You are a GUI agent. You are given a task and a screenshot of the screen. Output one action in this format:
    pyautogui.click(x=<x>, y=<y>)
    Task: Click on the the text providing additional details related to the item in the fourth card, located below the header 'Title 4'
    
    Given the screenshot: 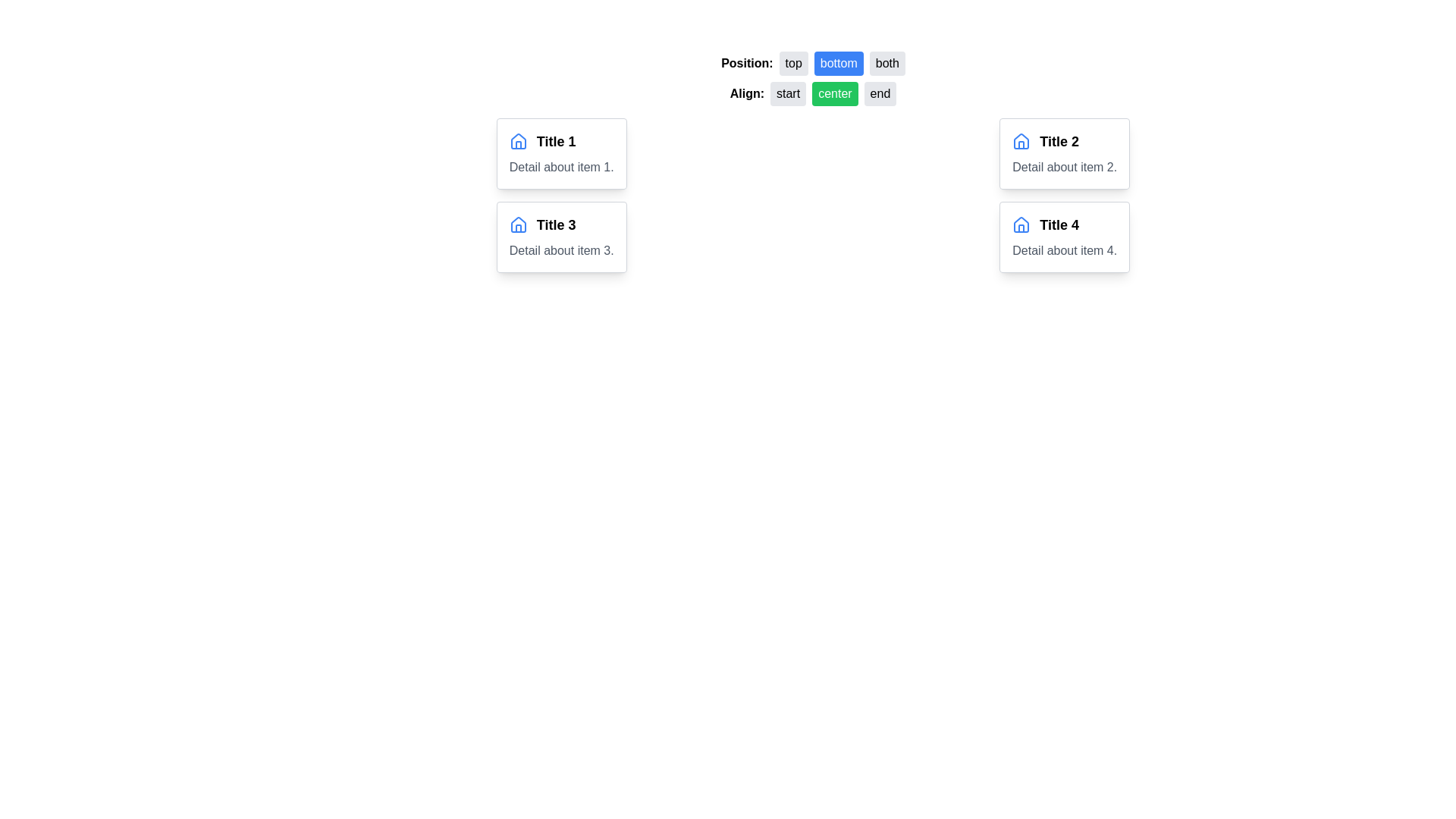 What is the action you would take?
    pyautogui.click(x=1064, y=250)
    